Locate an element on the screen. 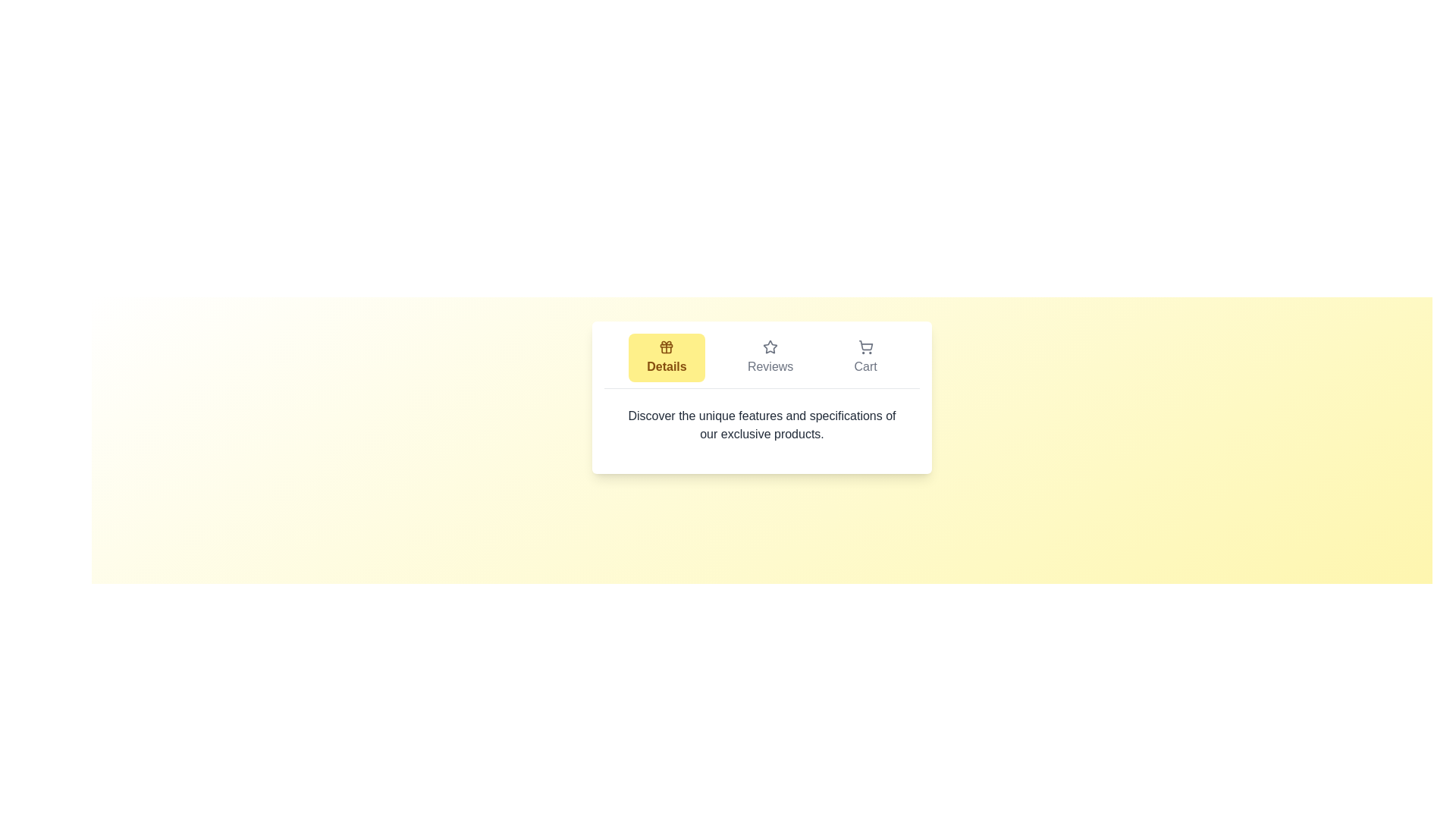 The image size is (1456, 819). the Details tab by clicking on it is located at coordinates (667, 357).